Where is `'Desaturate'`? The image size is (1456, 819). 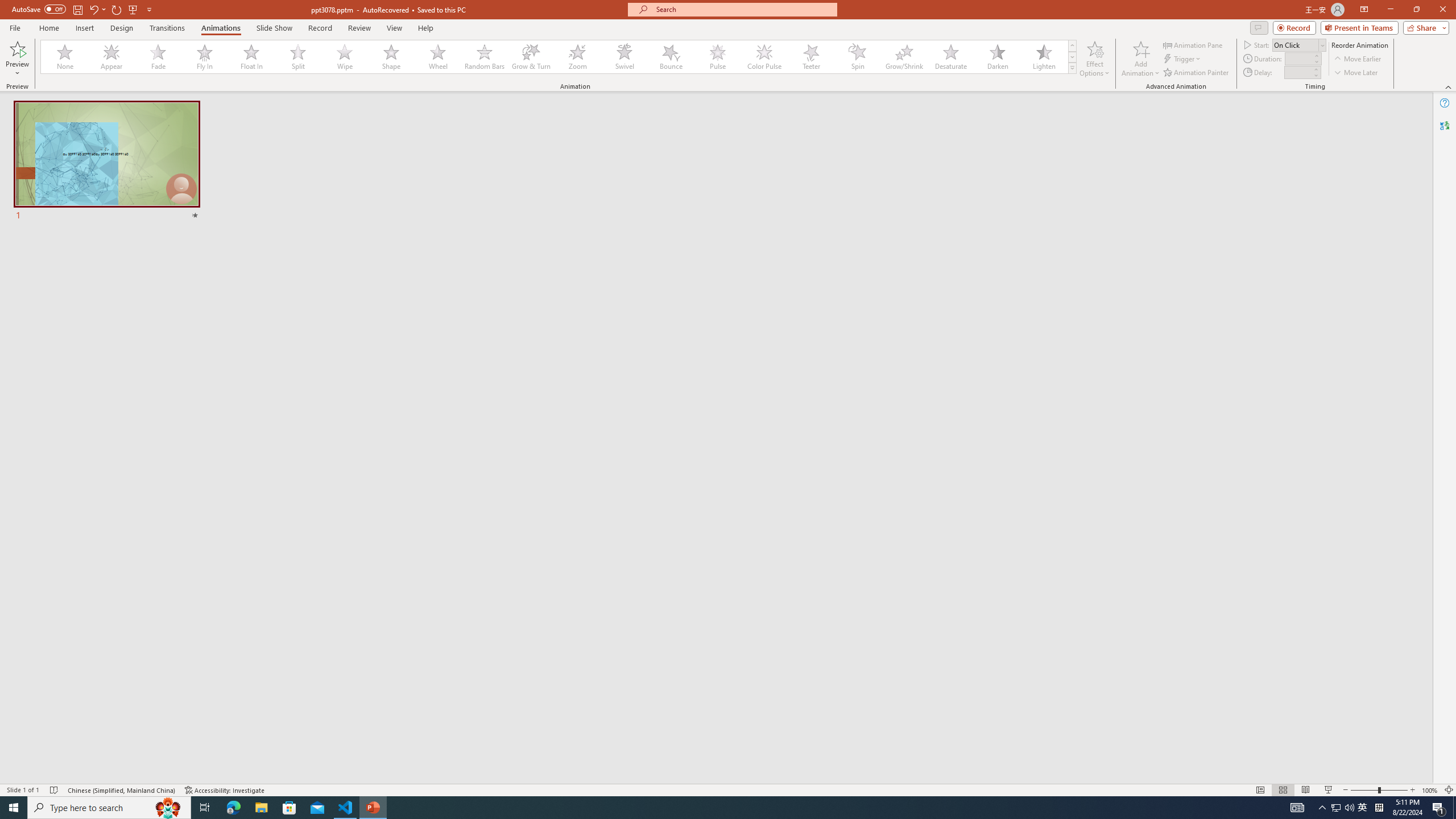
'Desaturate' is located at coordinates (950, 56).